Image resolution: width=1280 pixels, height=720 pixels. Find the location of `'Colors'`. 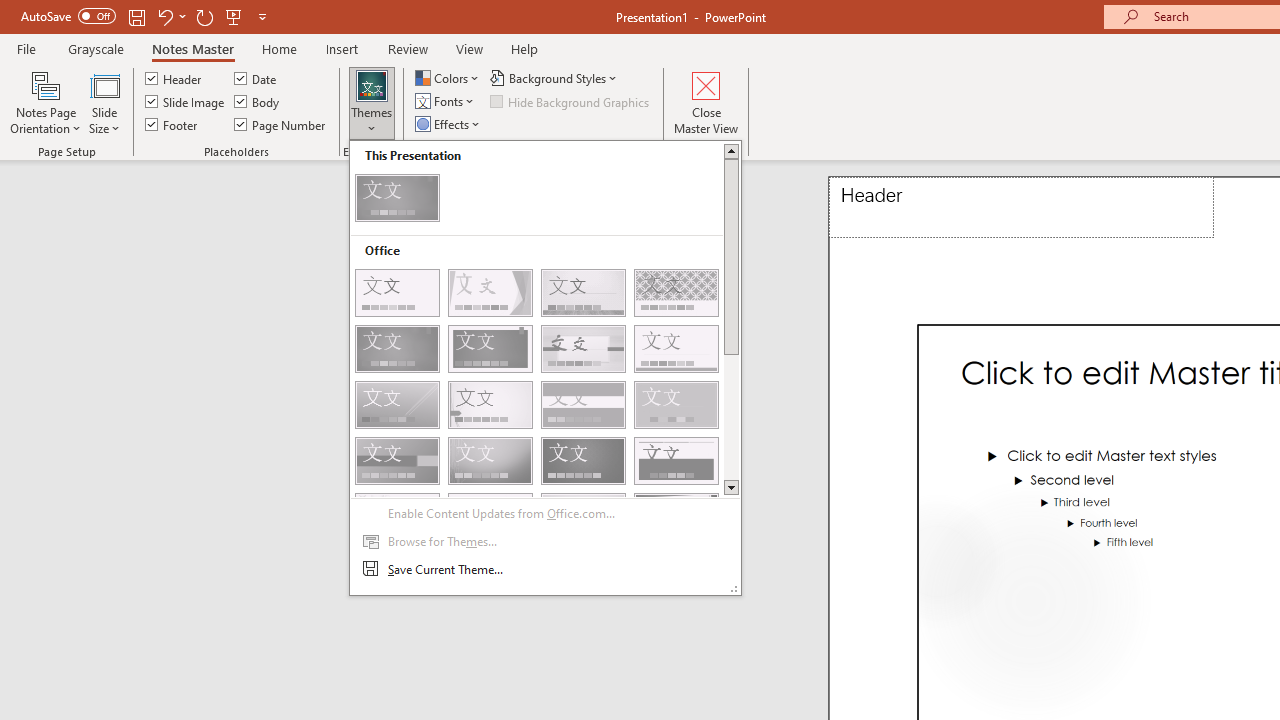

'Colors' is located at coordinates (448, 77).